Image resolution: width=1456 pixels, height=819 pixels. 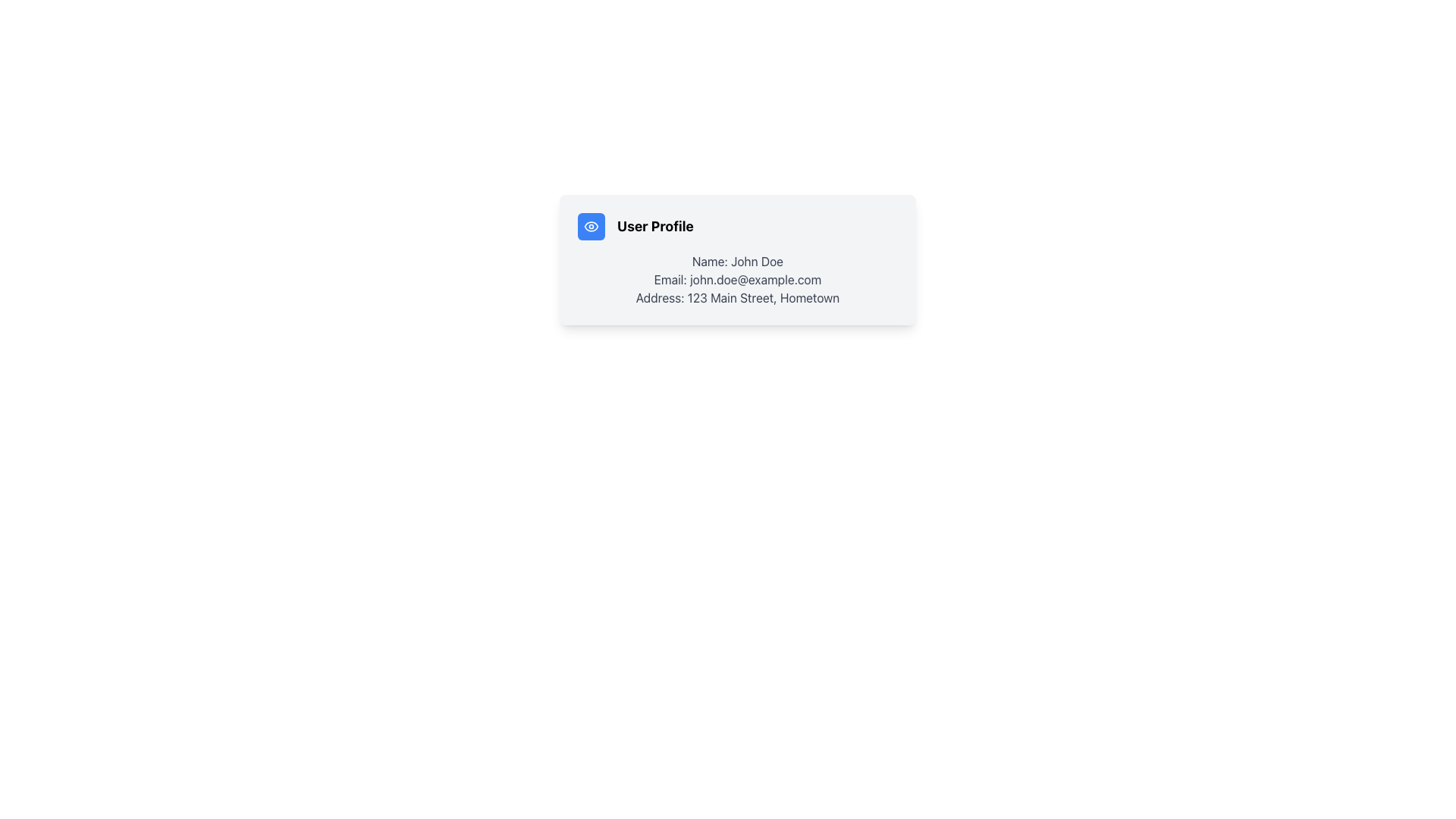 What do you see at coordinates (655, 227) in the screenshot?
I see `the Heading or Title Text that identifies the user's profile information, located at the top-left corner of the user information card, to the right of a blue eye icon` at bounding box center [655, 227].